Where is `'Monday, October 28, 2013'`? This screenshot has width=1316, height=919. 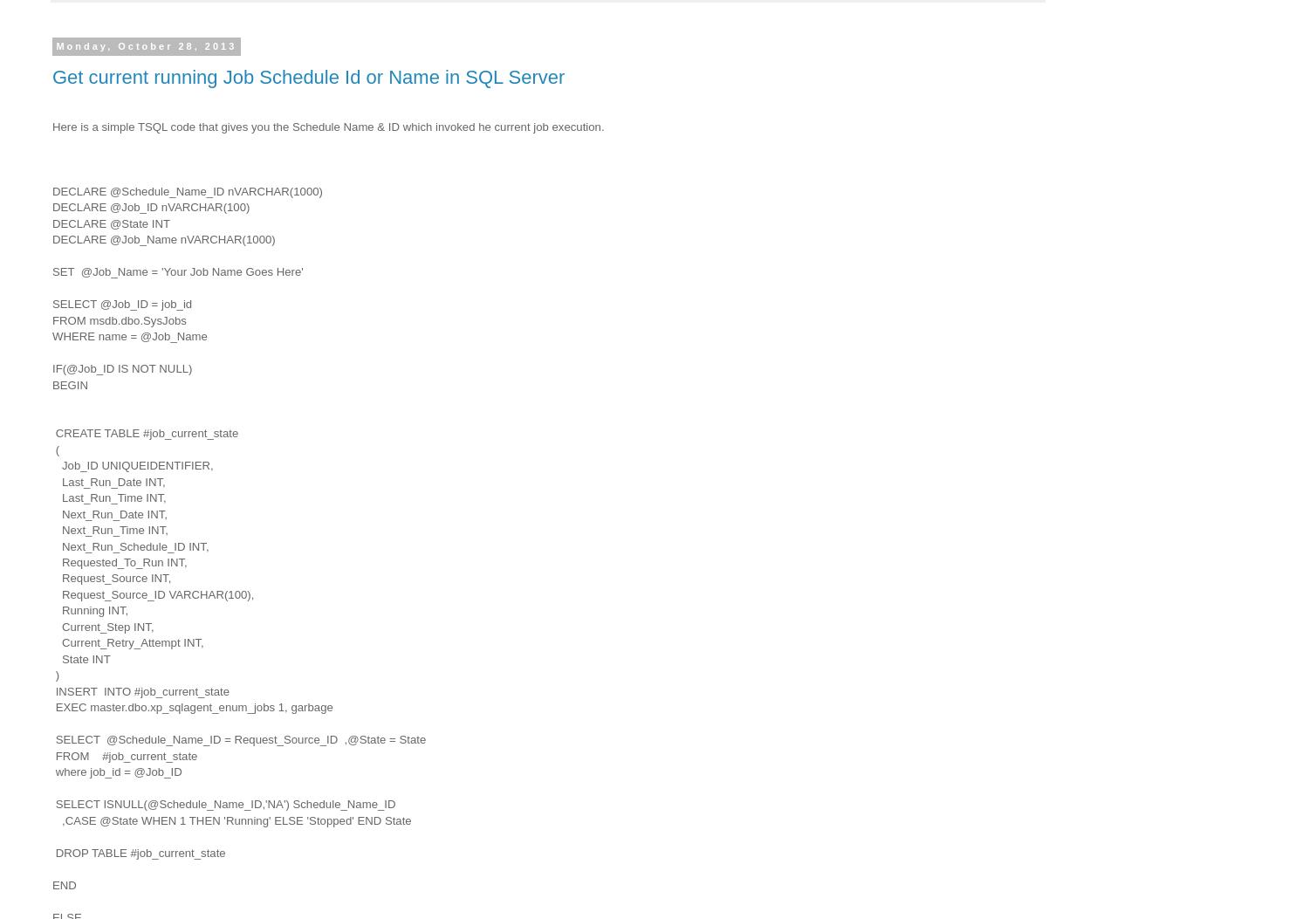
'Monday, October 28, 2013' is located at coordinates (146, 45).